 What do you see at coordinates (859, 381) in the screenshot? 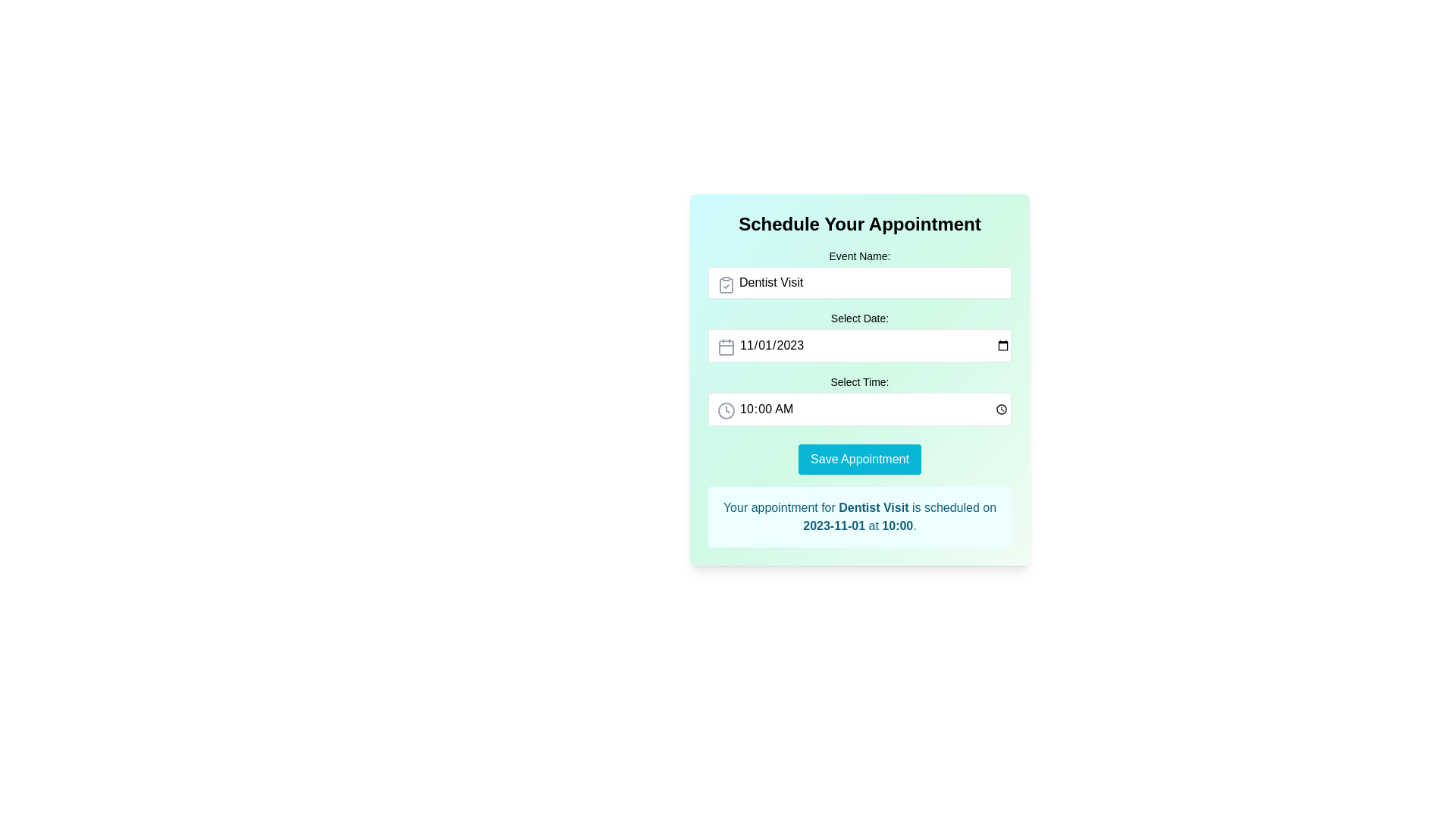
I see `static text label that displays 'Select Time:' located above the time input field` at bounding box center [859, 381].